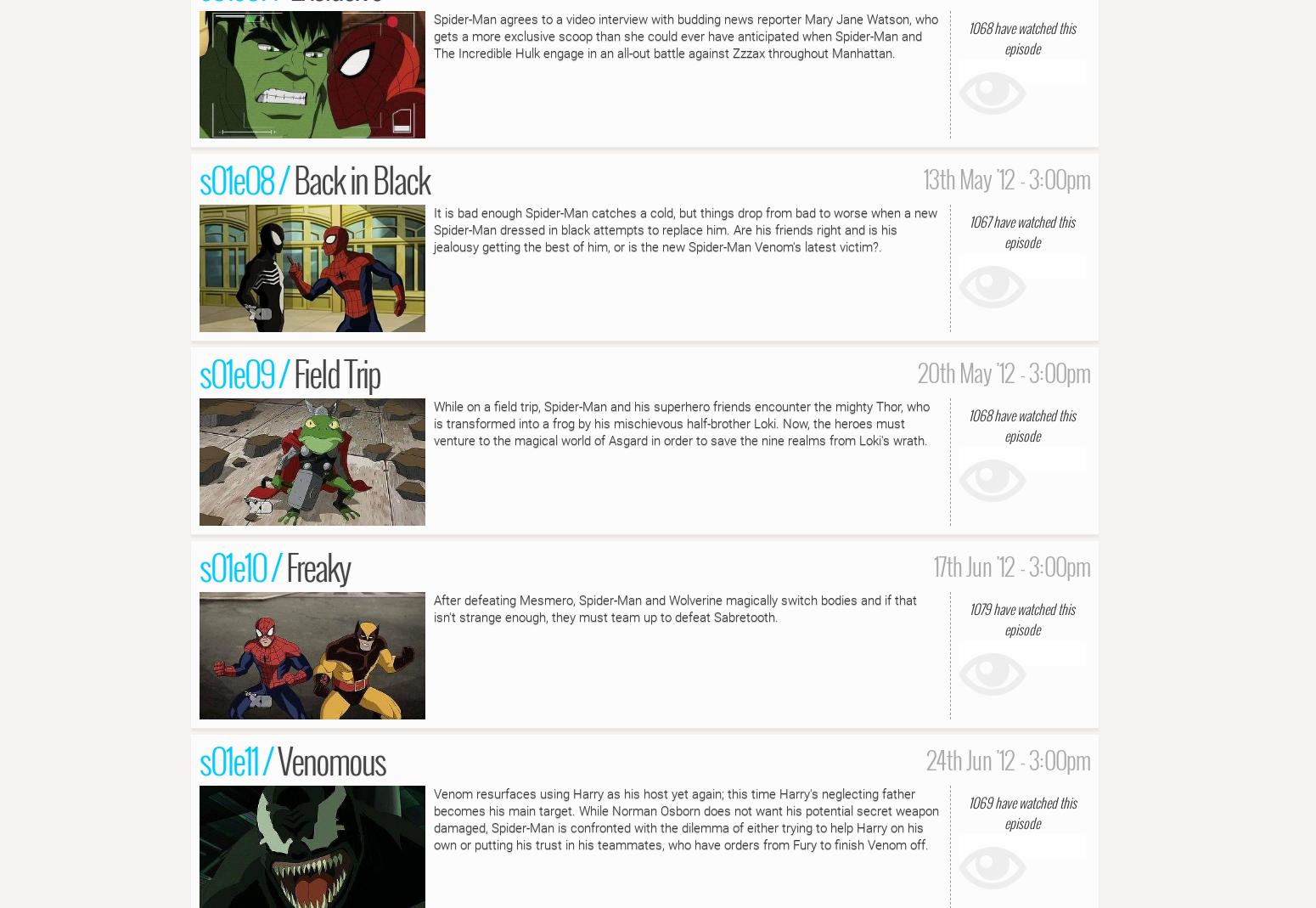 The height and width of the screenshot is (908, 1316). Describe the element at coordinates (979, 219) in the screenshot. I see `'1067'` at that location.